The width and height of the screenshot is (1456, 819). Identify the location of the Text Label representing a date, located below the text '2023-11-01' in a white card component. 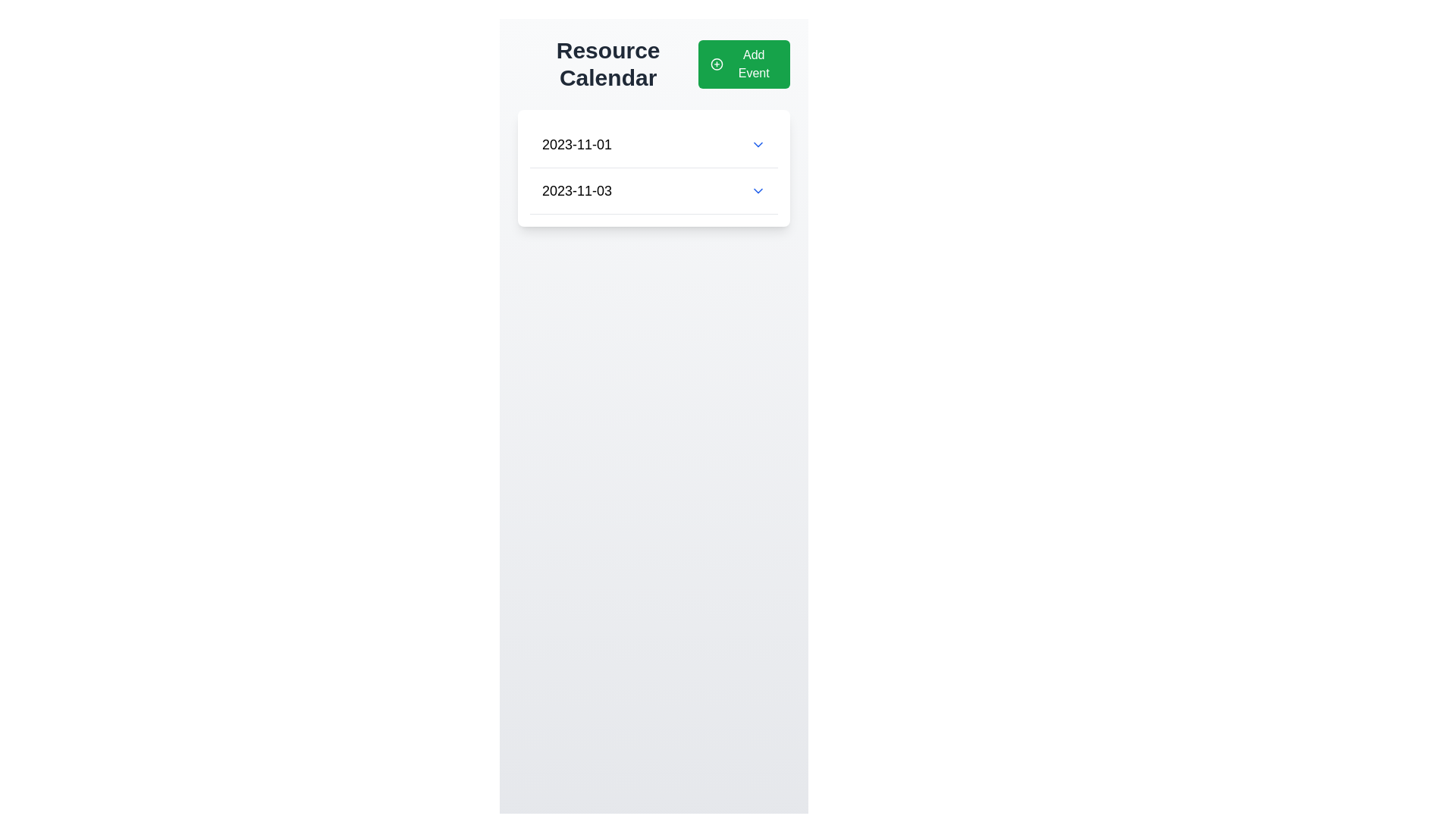
(576, 190).